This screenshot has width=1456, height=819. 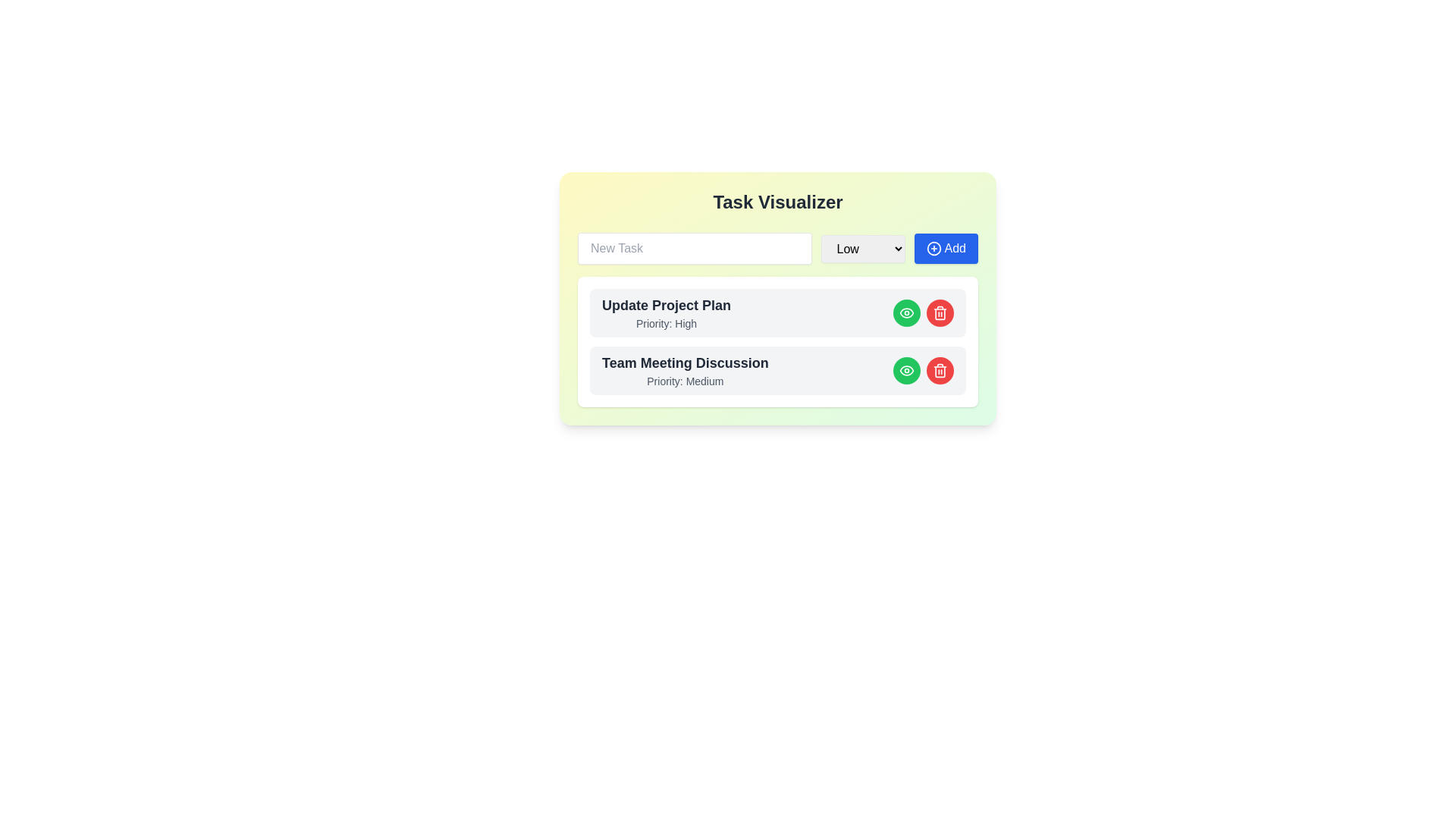 What do you see at coordinates (939, 312) in the screenshot?
I see `the circular red delete button with a white trash can icon located to the right of the 'Update Project Plan' task entry` at bounding box center [939, 312].